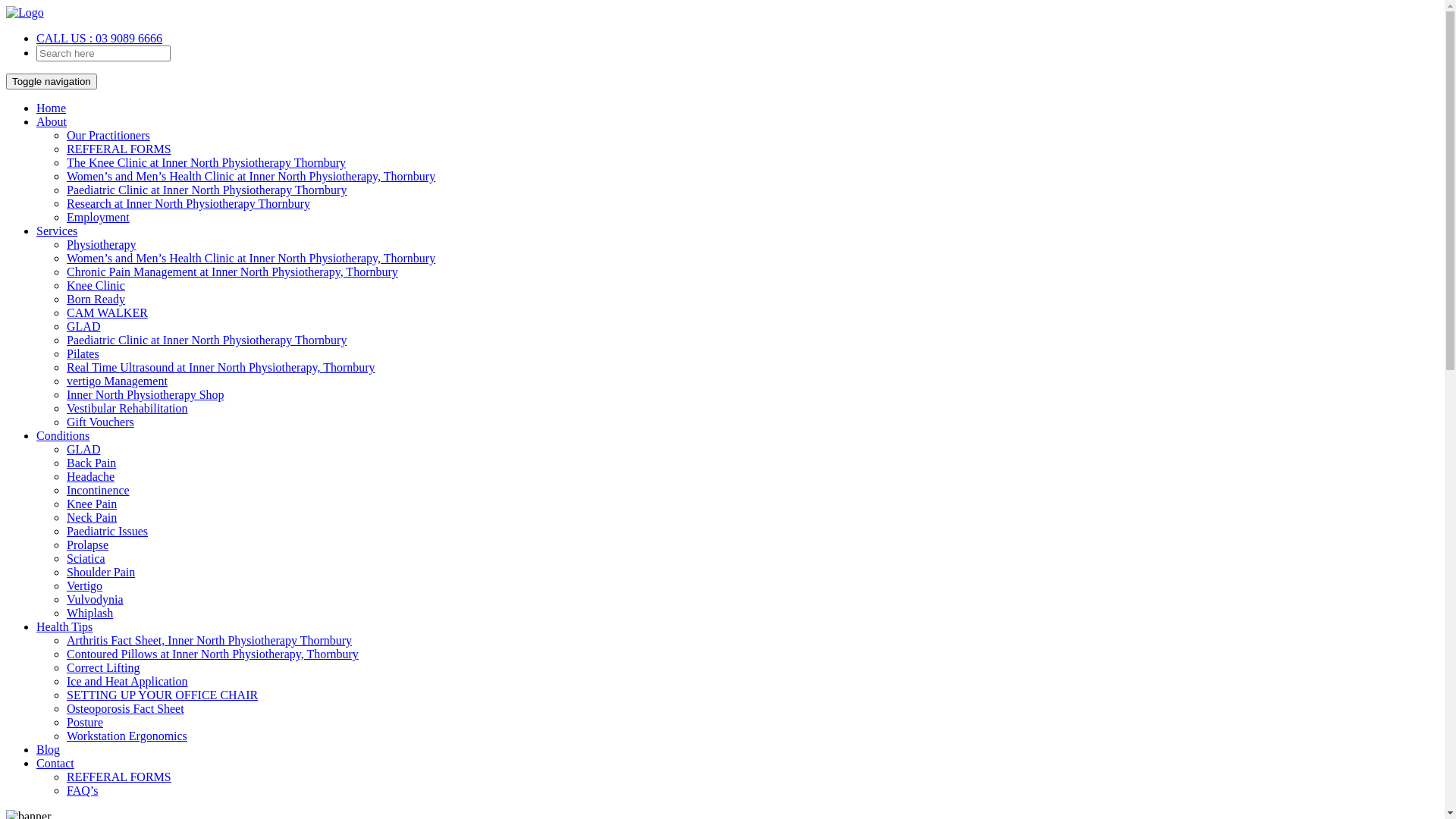  What do you see at coordinates (212, 653) in the screenshot?
I see `'Contoured Pillows at Inner North Physiotherapy, Thornbury'` at bounding box center [212, 653].